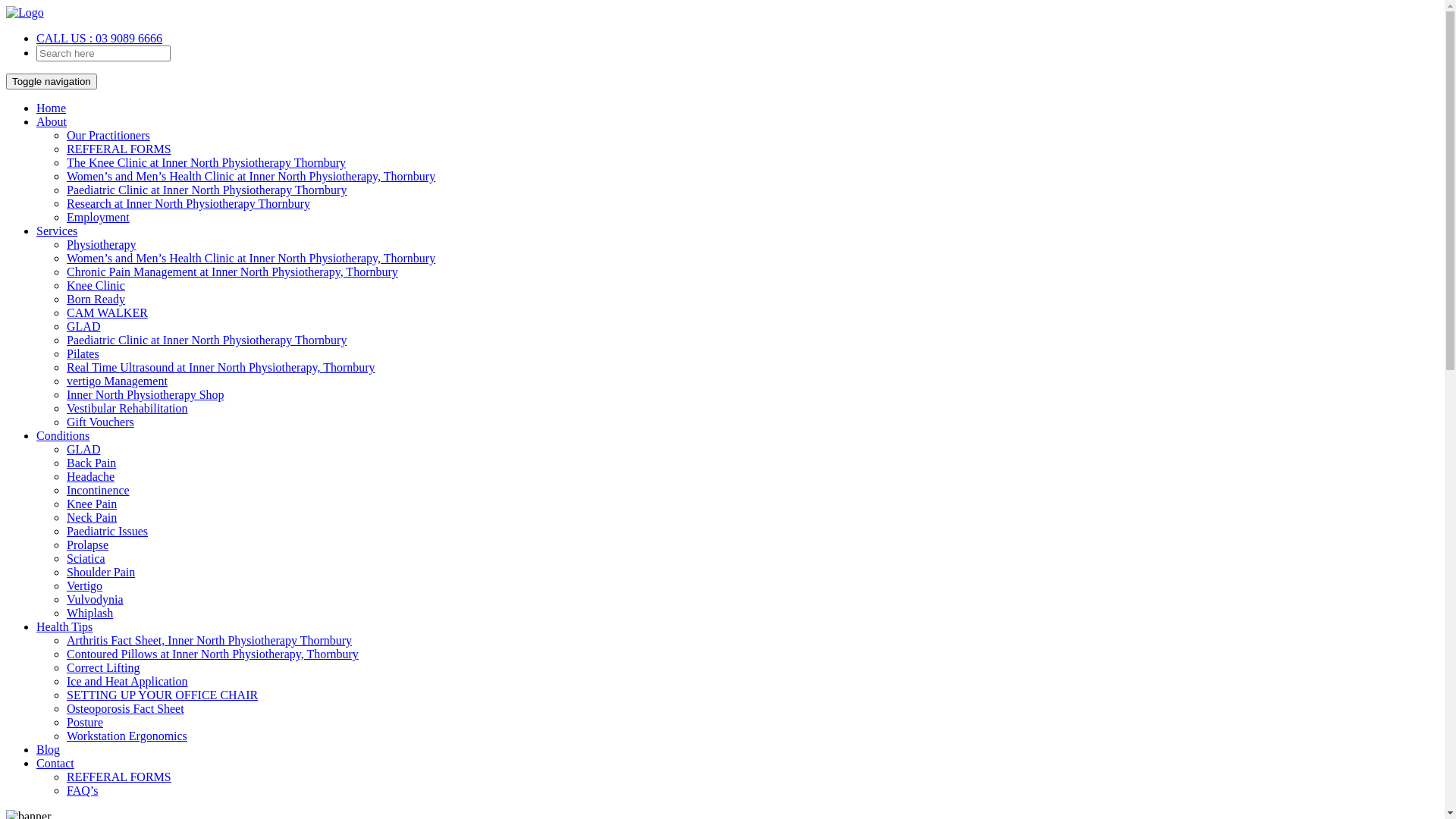  What do you see at coordinates (212, 653) in the screenshot?
I see `'Contoured Pillows at Inner North Physiotherapy, Thornbury'` at bounding box center [212, 653].